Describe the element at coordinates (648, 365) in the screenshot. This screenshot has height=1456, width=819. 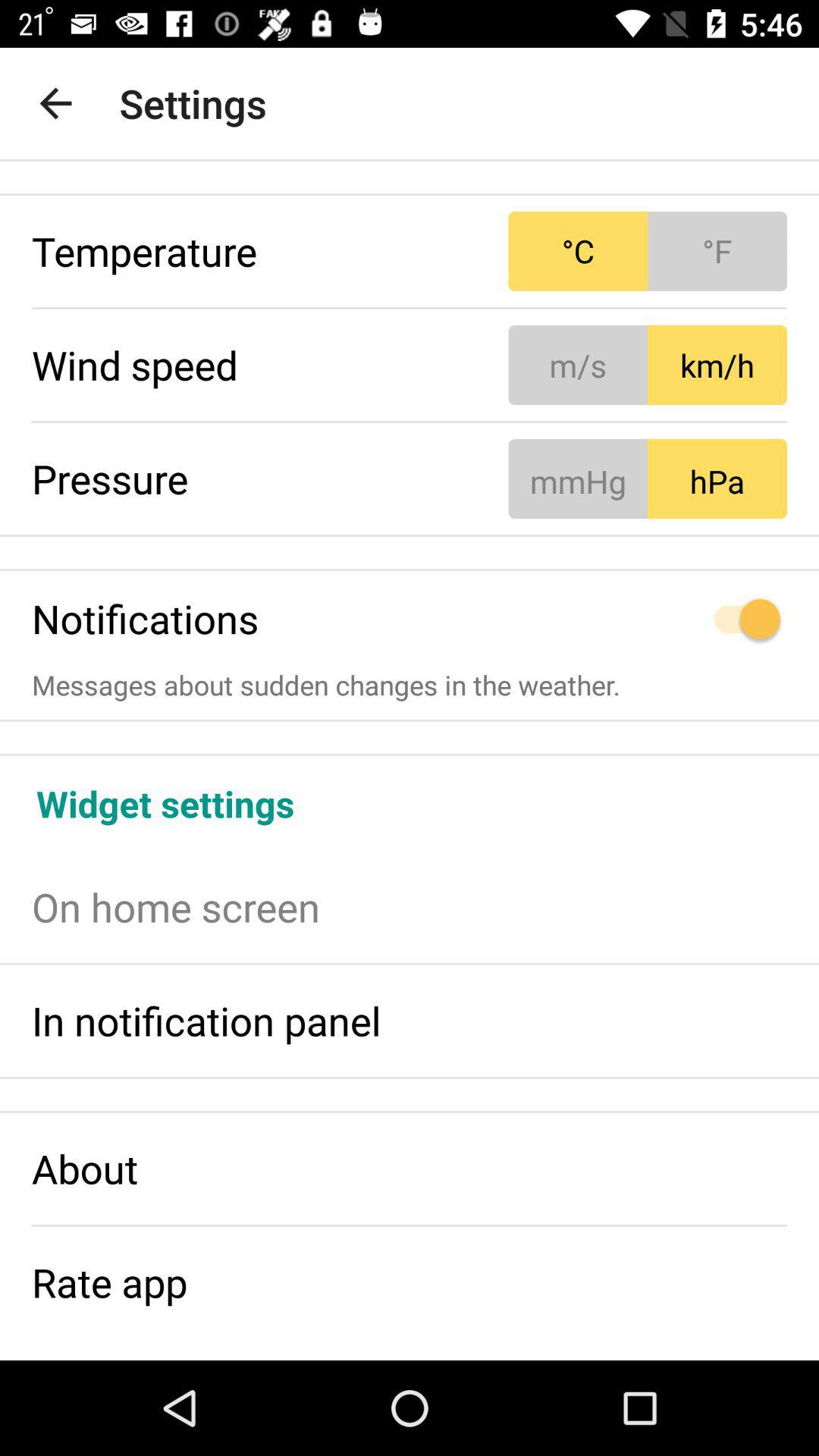
I see `item to the right of wind speed icon` at that location.